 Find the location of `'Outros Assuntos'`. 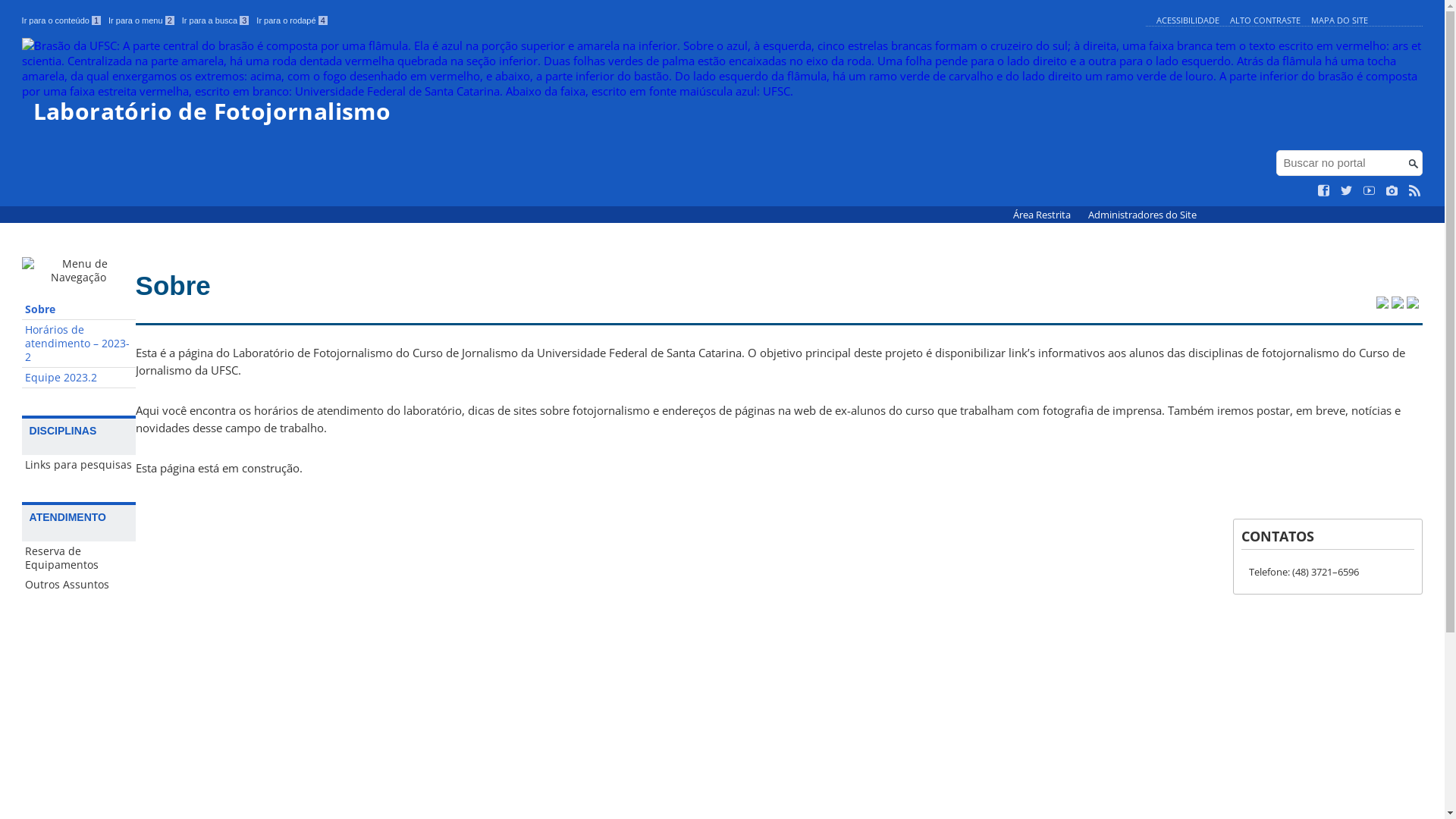

'Outros Assuntos' is located at coordinates (78, 584).